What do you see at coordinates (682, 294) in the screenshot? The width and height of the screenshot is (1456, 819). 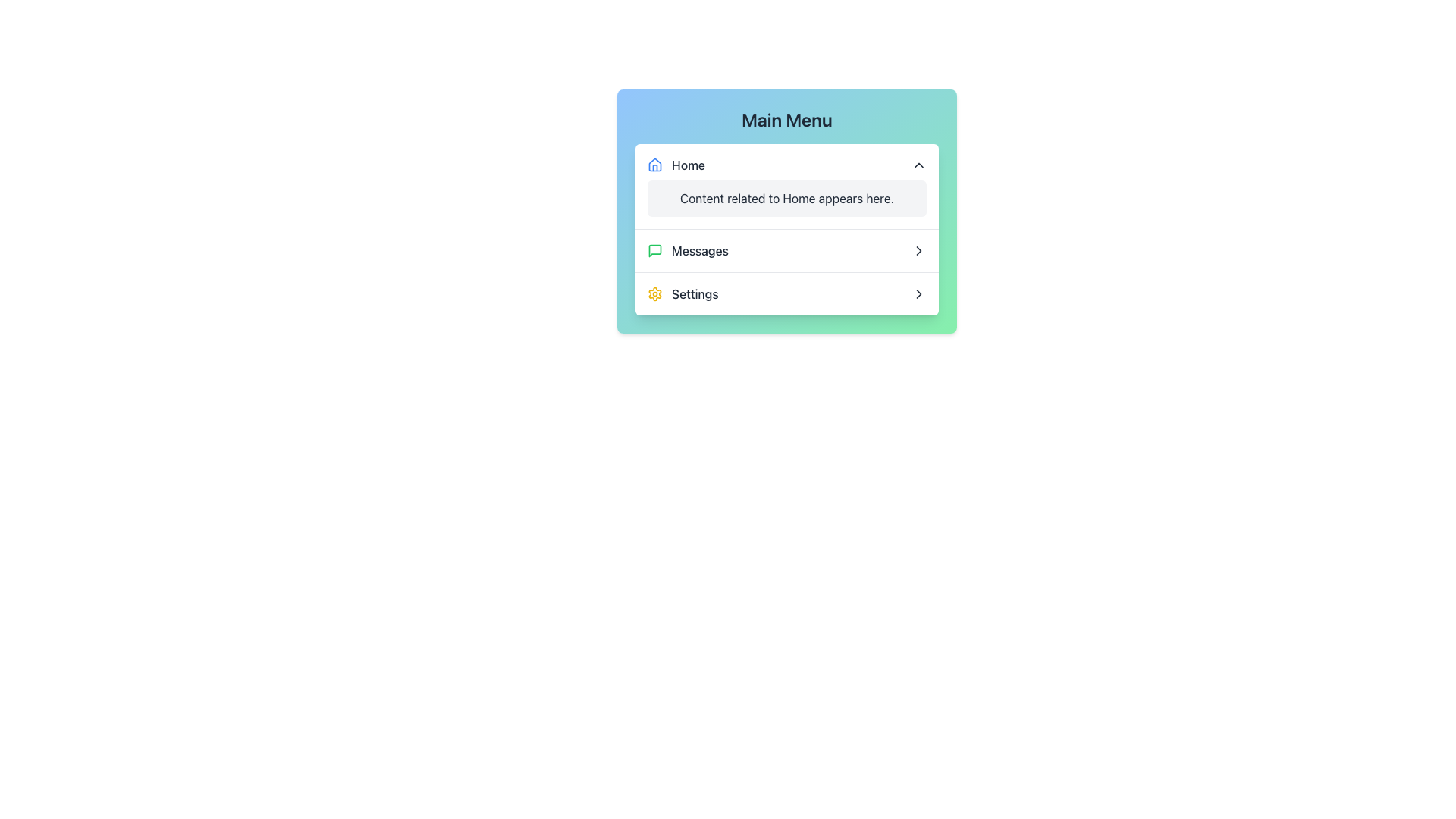 I see `the settings navigation item in the bottom row of the vertical menu, which is styled as a card and positioned between the 'Messages' row and the bottom edge` at bounding box center [682, 294].